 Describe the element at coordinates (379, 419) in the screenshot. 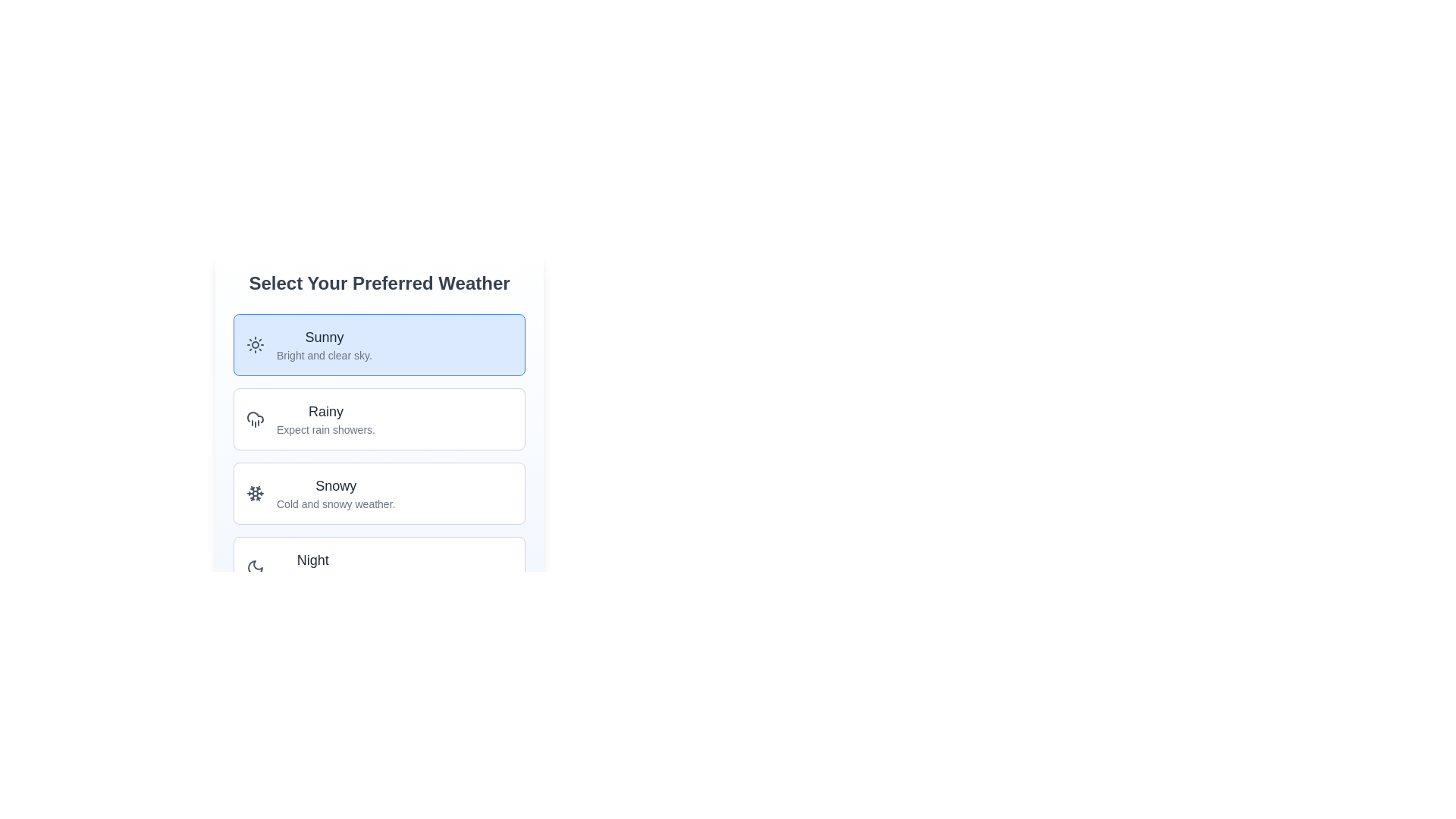

I see `the second selectable list item in the vertical list of weather types` at that location.